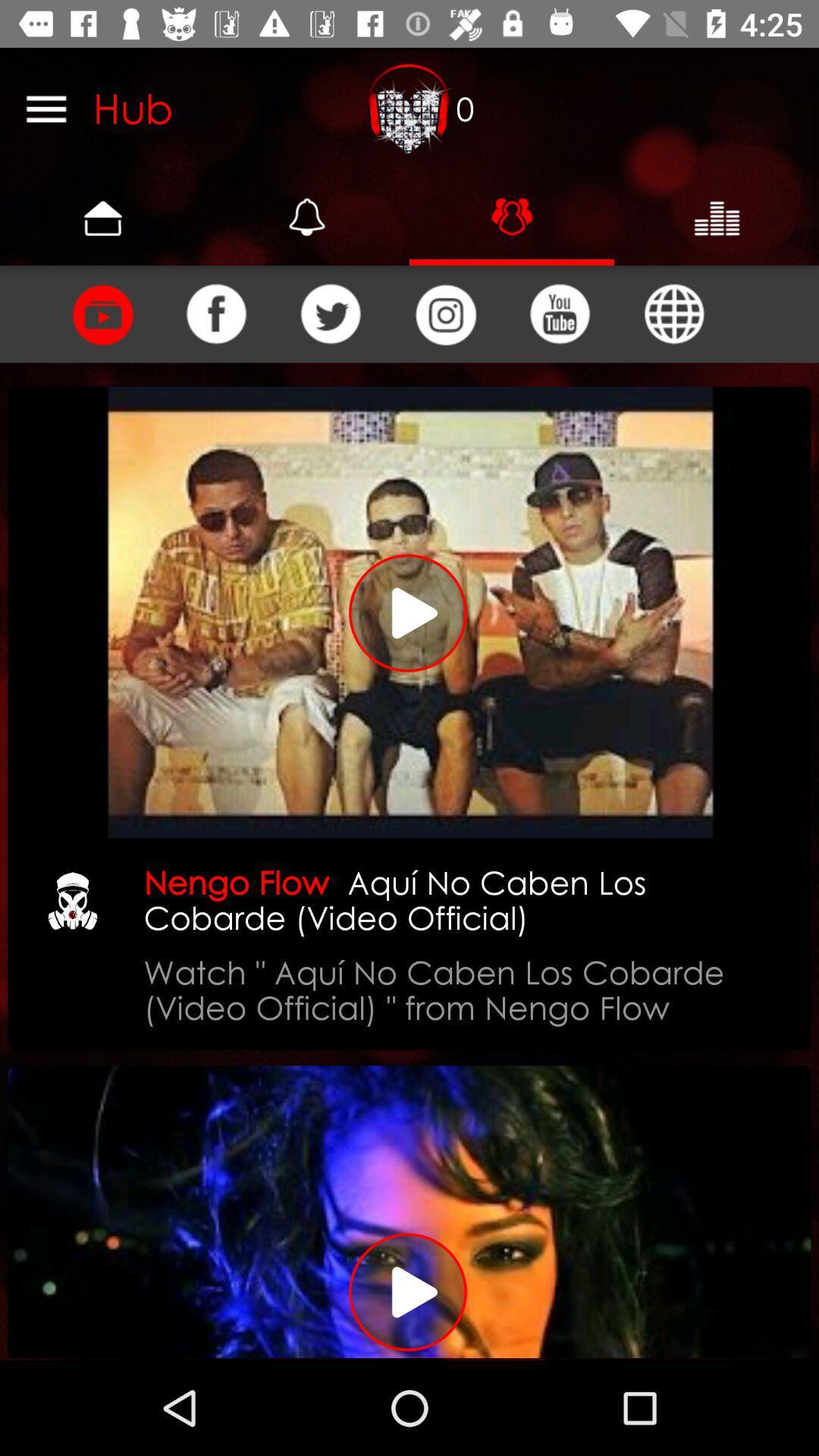 This screenshot has width=819, height=1456. What do you see at coordinates (409, 108) in the screenshot?
I see `item to the right of the hub item` at bounding box center [409, 108].